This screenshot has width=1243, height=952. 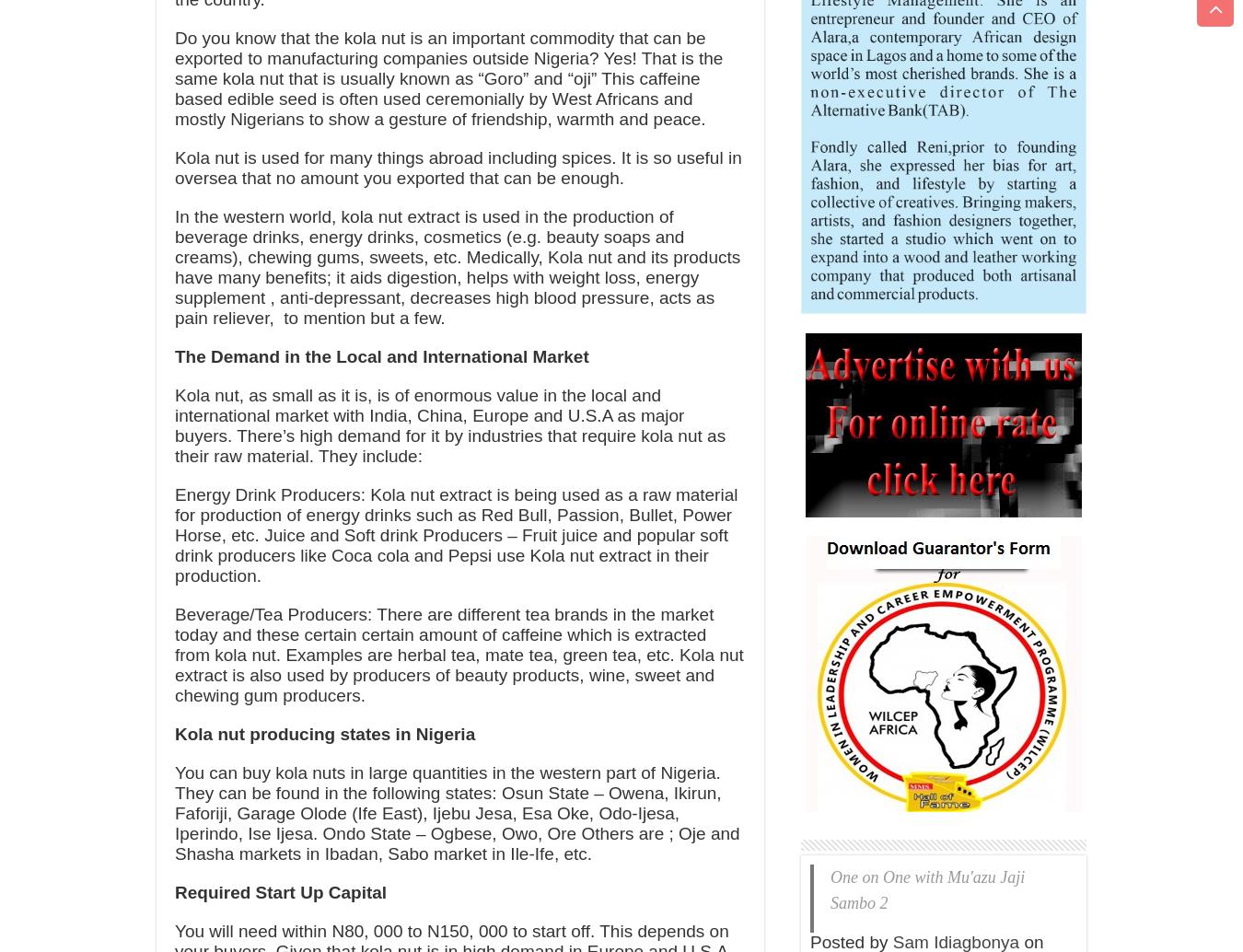 I want to click on 'Energy Drink Producers: Kola nut extract is being used as a raw material for production of energy drinks such as Red Bull, Passion, Bullet, Power Horse, etc. Juice and Soft drink Producers – Fruit juice and popular soft drink producers like Coca cola and Pepsi use Kola nut extract in their production.', so click(x=455, y=535).